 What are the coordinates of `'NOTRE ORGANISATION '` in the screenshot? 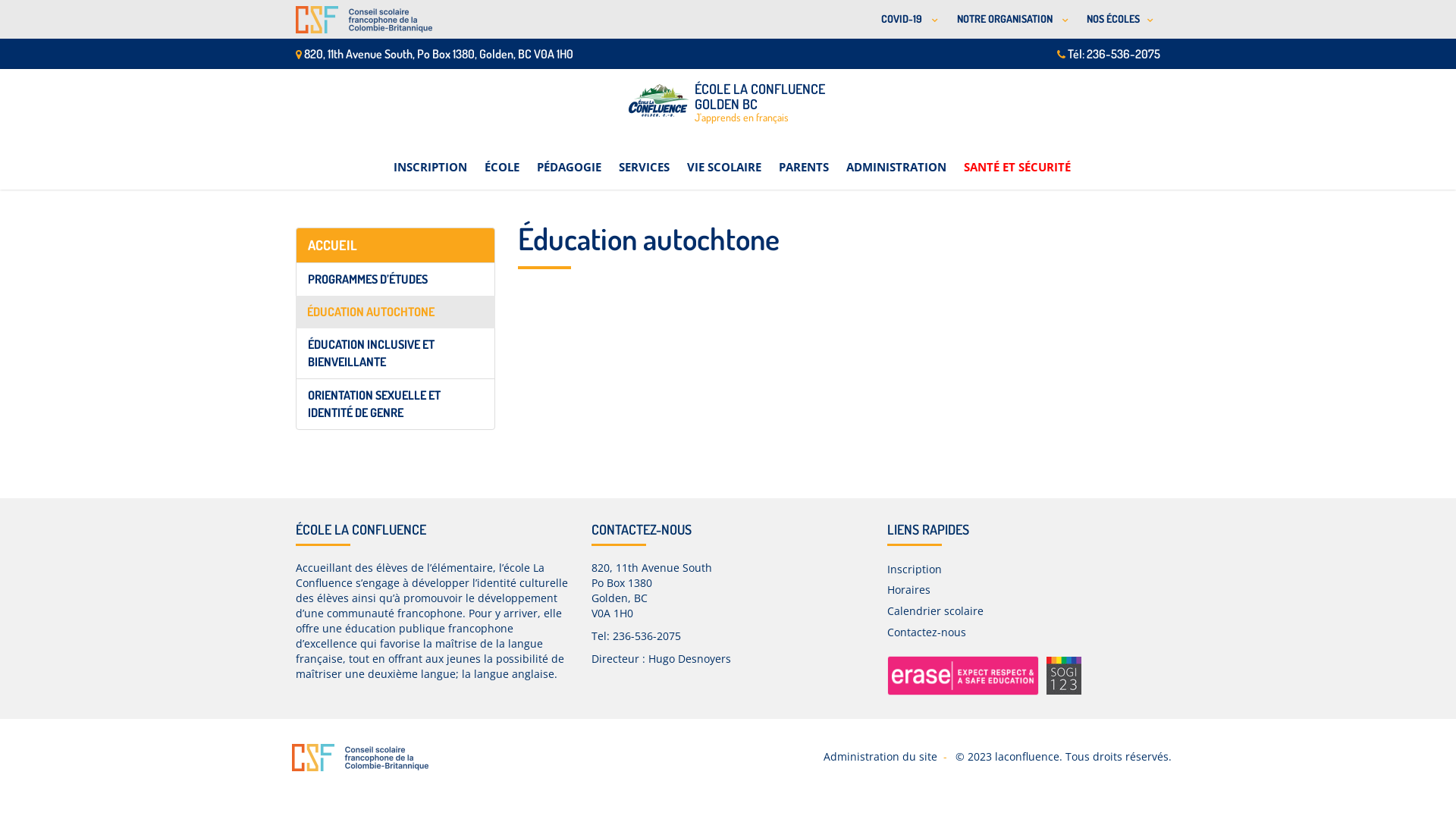 It's located at (1009, 19).